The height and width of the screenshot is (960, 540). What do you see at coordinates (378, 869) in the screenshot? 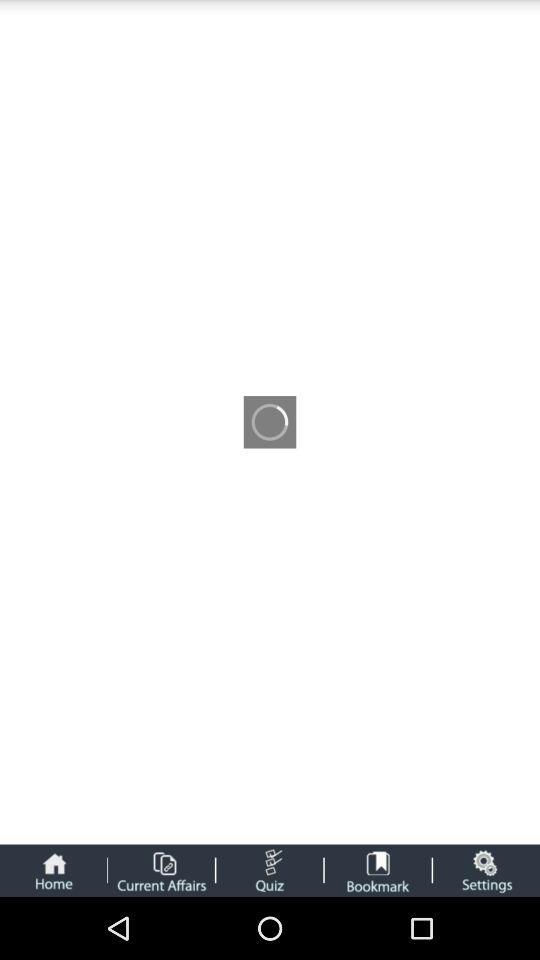
I see `set a bookmark` at bounding box center [378, 869].